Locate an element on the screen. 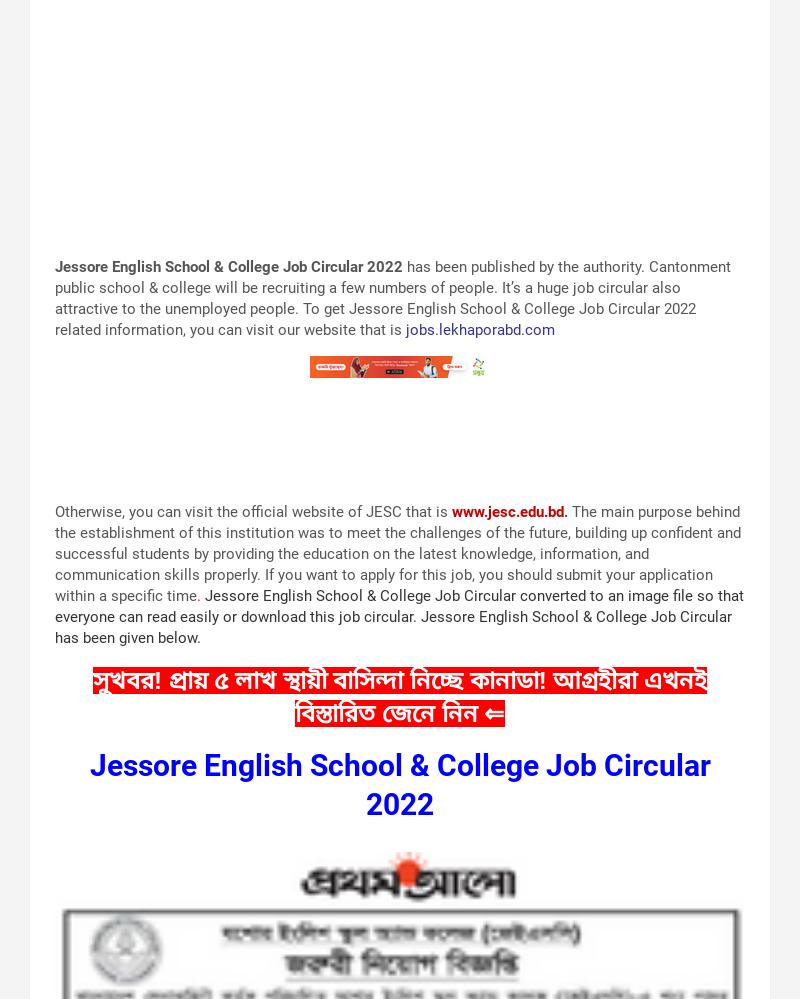 This screenshot has height=999, width=800. 'converted to an image file so that everyone can read easily or download this job circular. Jessore English School & College Job Circular has been given below.' is located at coordinates (398, 614).